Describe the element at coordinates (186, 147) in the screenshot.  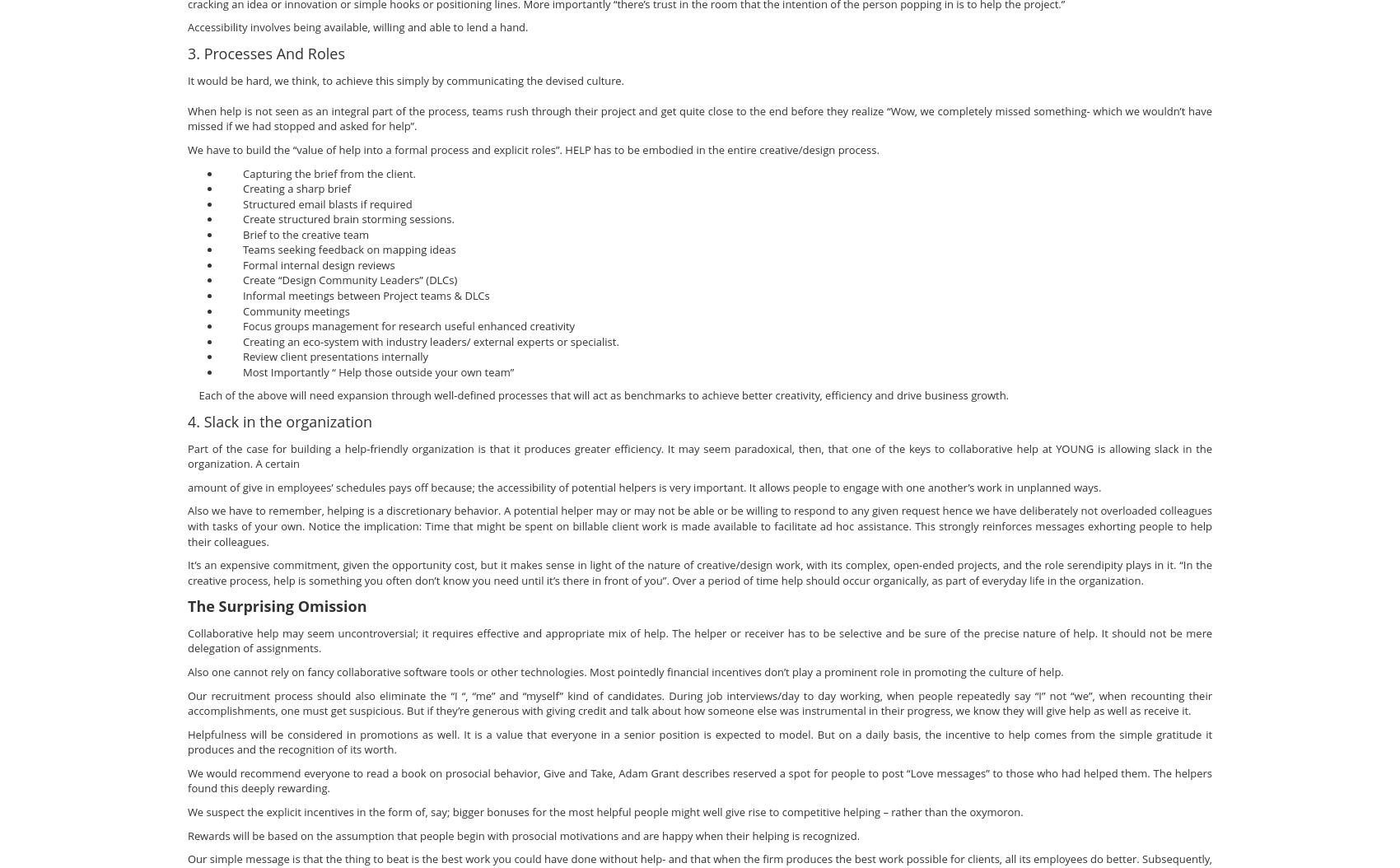
I see `'We have to build the “value of help into a formal process and explicit roles”. HELP has to be embodied in the entire creative/design process.'` at that location.